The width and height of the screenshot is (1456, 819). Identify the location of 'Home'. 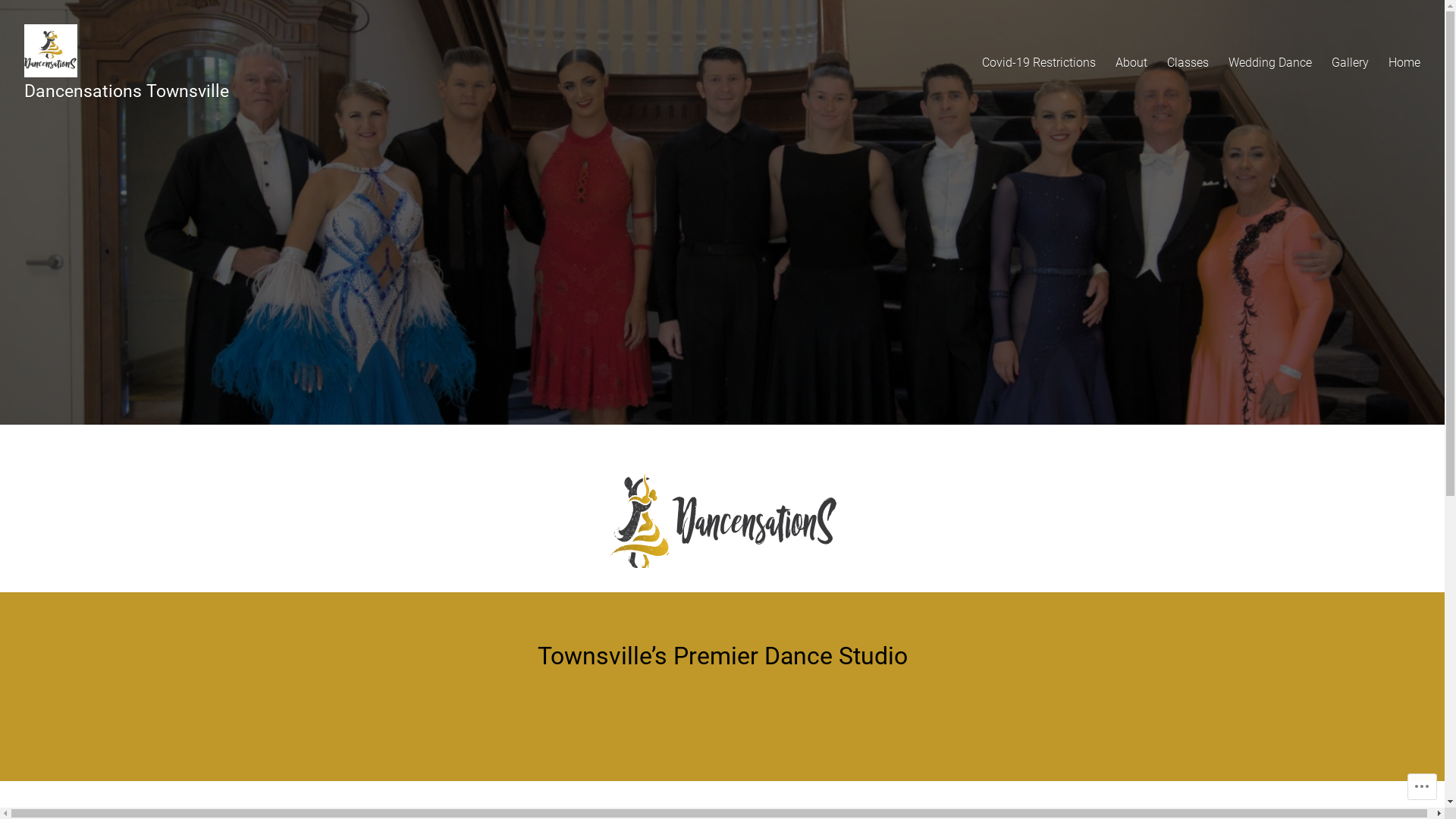
(1404, 61).